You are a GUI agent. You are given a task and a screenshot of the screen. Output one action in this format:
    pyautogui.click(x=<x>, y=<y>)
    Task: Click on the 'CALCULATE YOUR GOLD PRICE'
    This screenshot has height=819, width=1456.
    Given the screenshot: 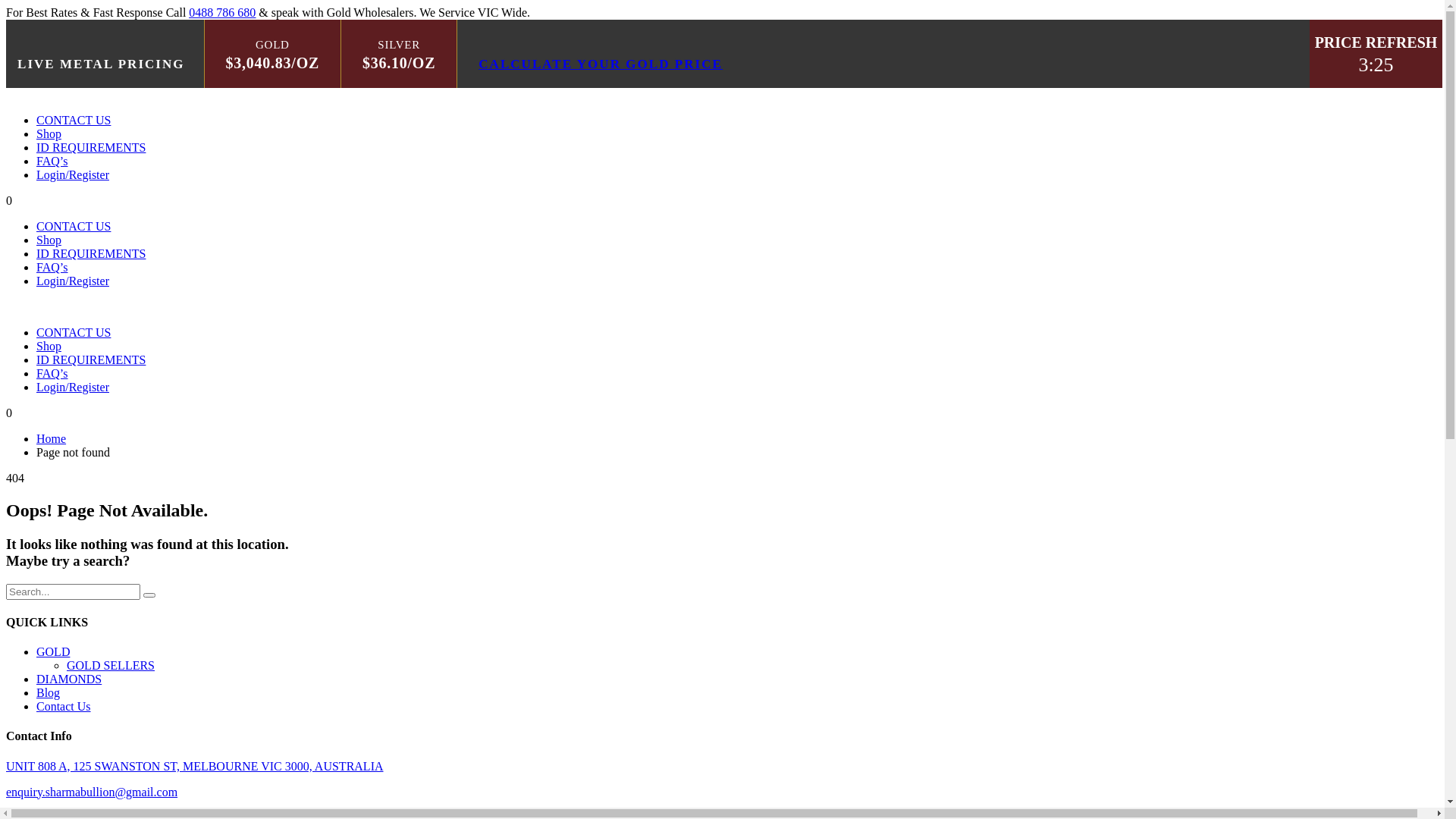 What is the action you would take?
    pyautogui.click(x=600, y=63)
    